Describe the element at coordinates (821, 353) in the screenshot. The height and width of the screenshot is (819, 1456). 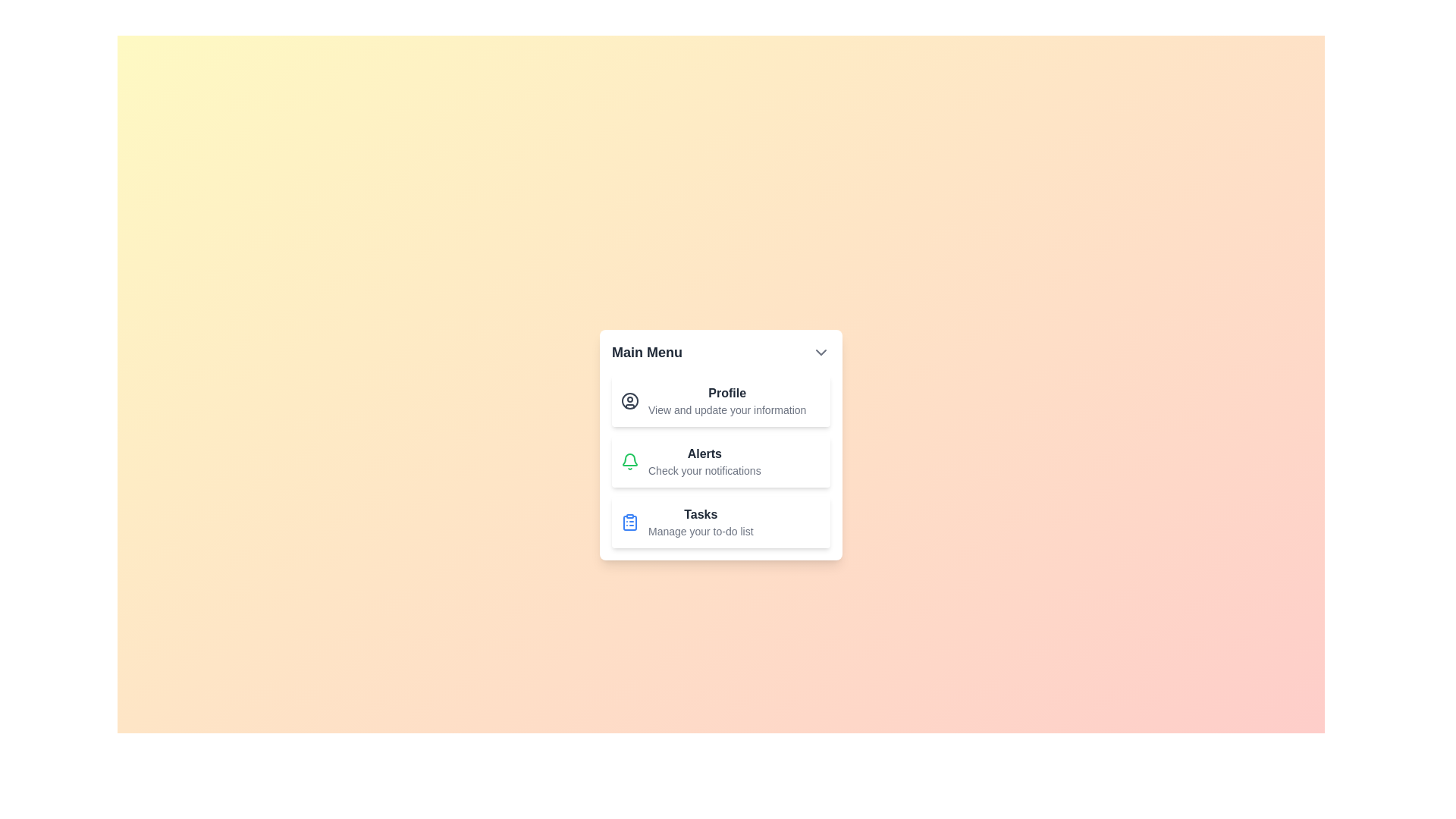
I see `the expand/collapse button to toggle the menu visibility` at that location.